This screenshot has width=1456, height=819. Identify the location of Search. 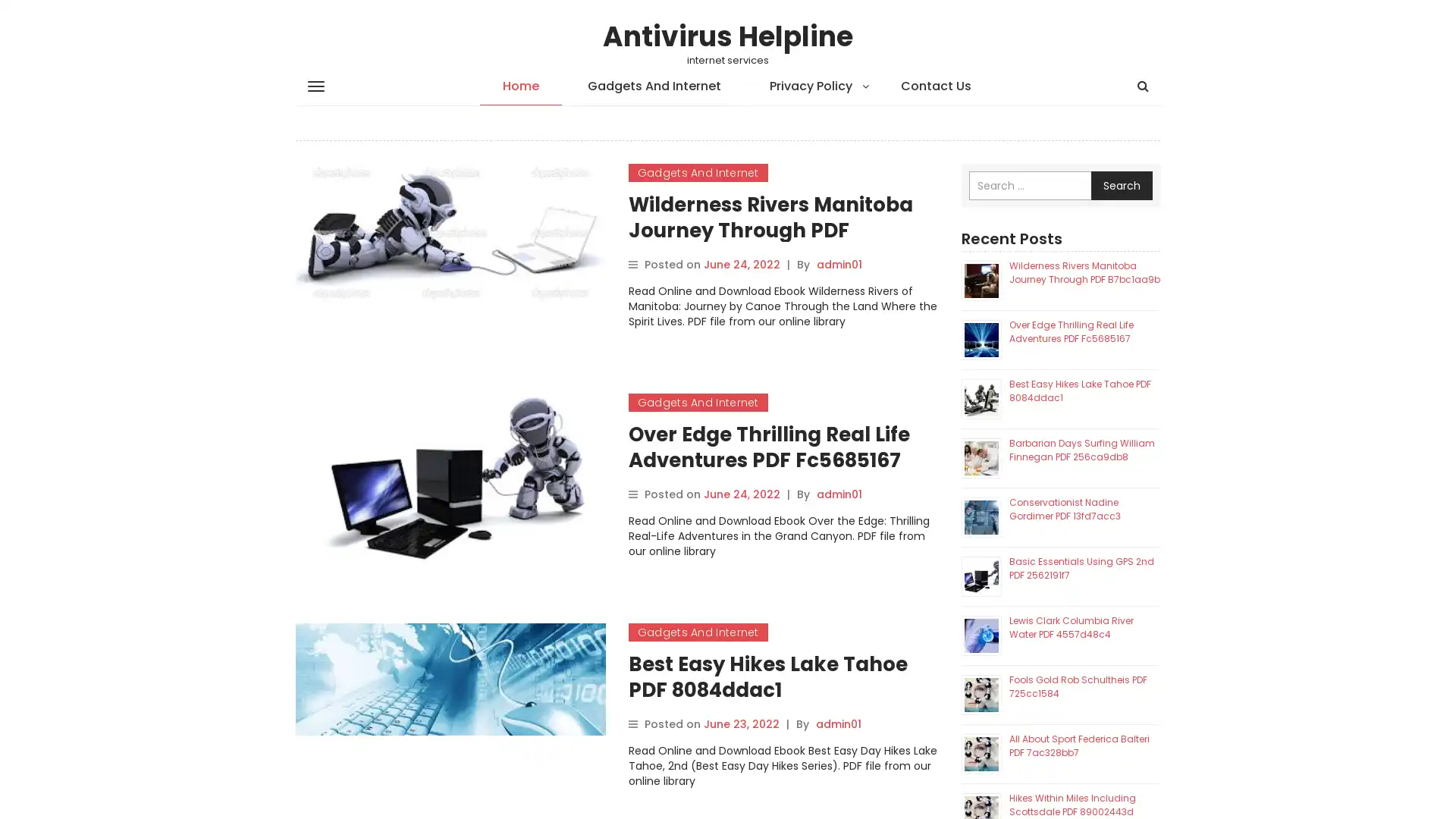
(1122, 185).